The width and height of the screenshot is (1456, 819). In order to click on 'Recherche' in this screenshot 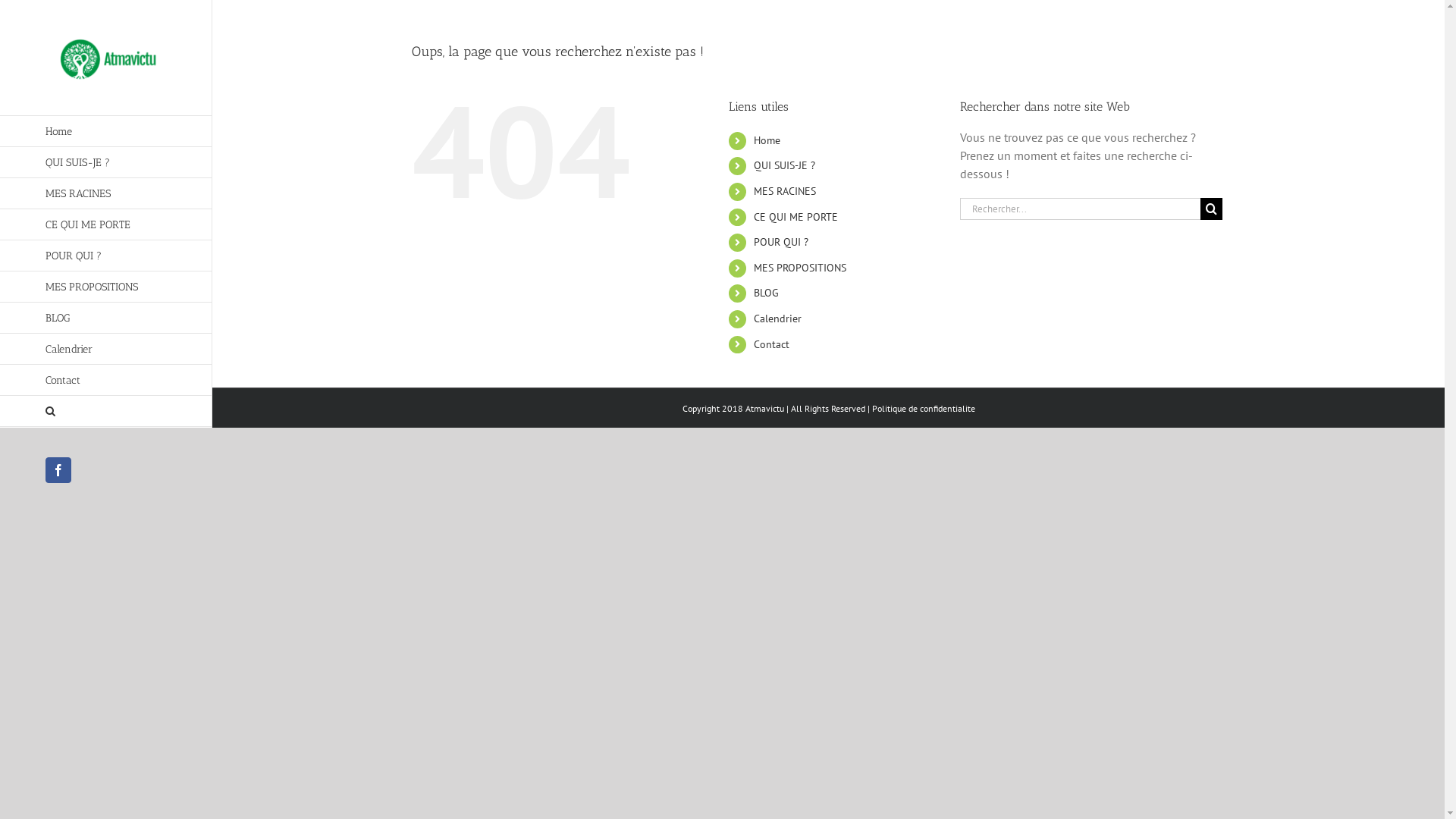, I will do `click(105, 411)`.